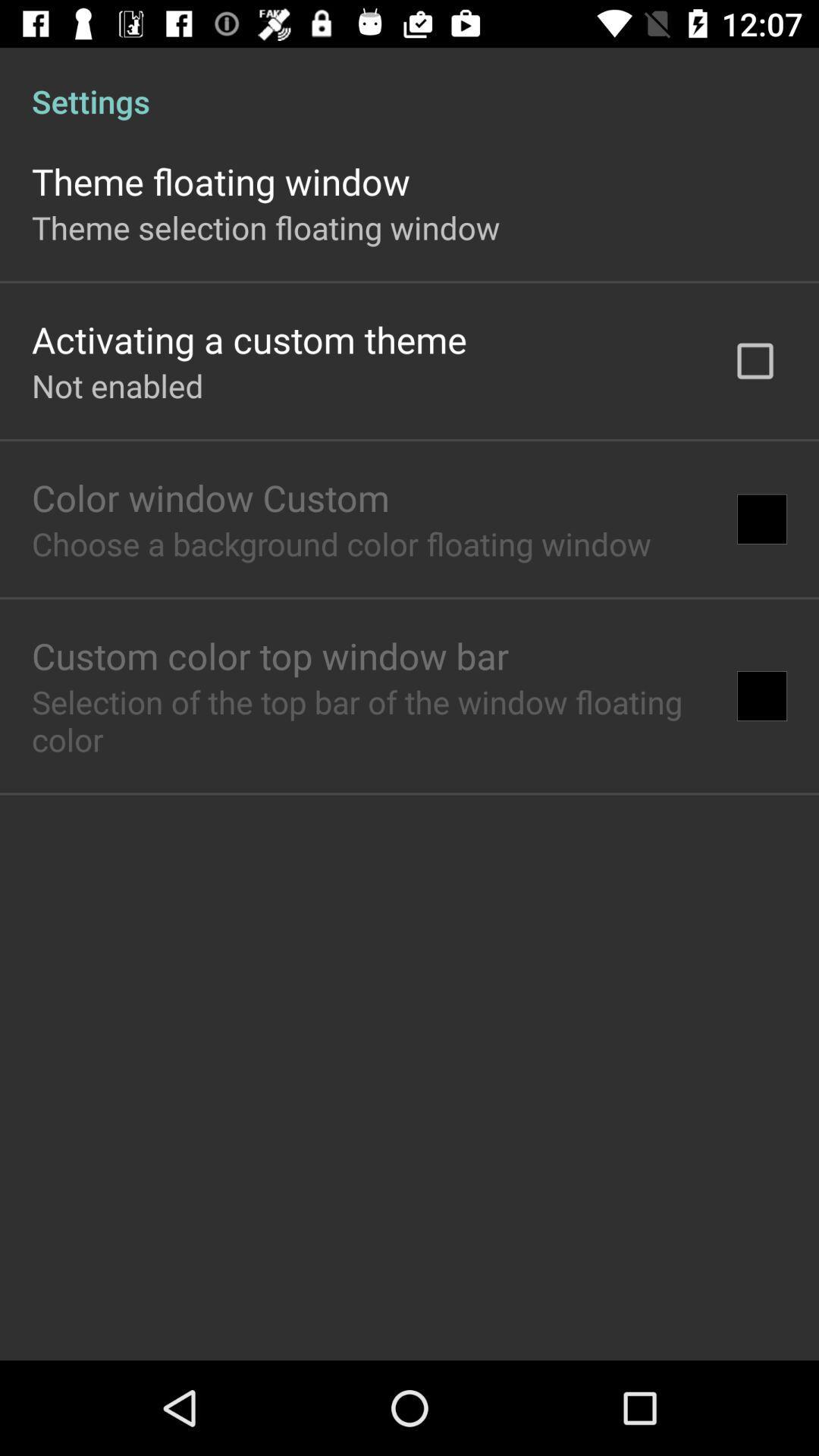  Describe the element at coordinates (341, 543) in the screenshot. I see `item above the custom color top item` at that location.